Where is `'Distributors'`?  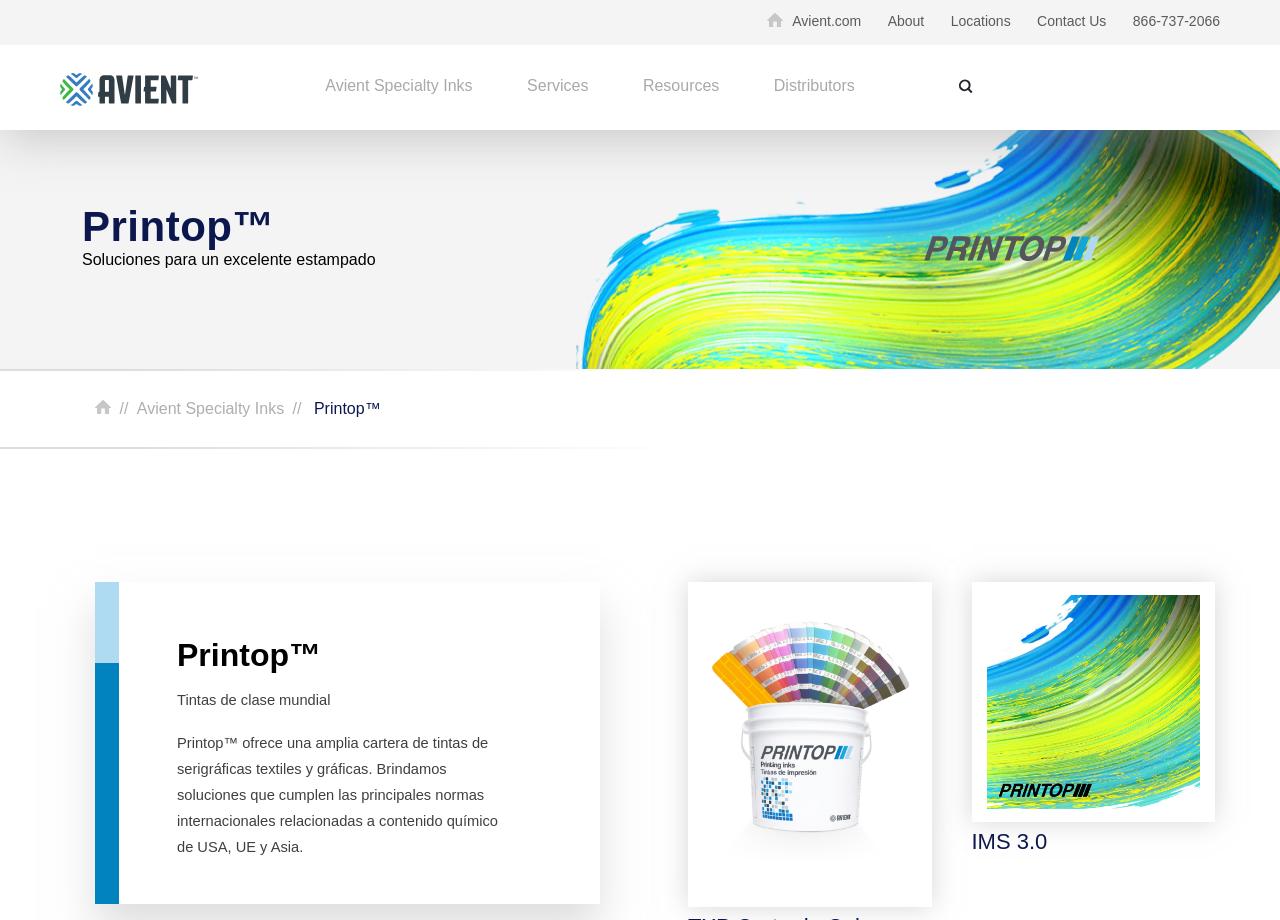
'Distributors' is located at coordinates (813, 85).